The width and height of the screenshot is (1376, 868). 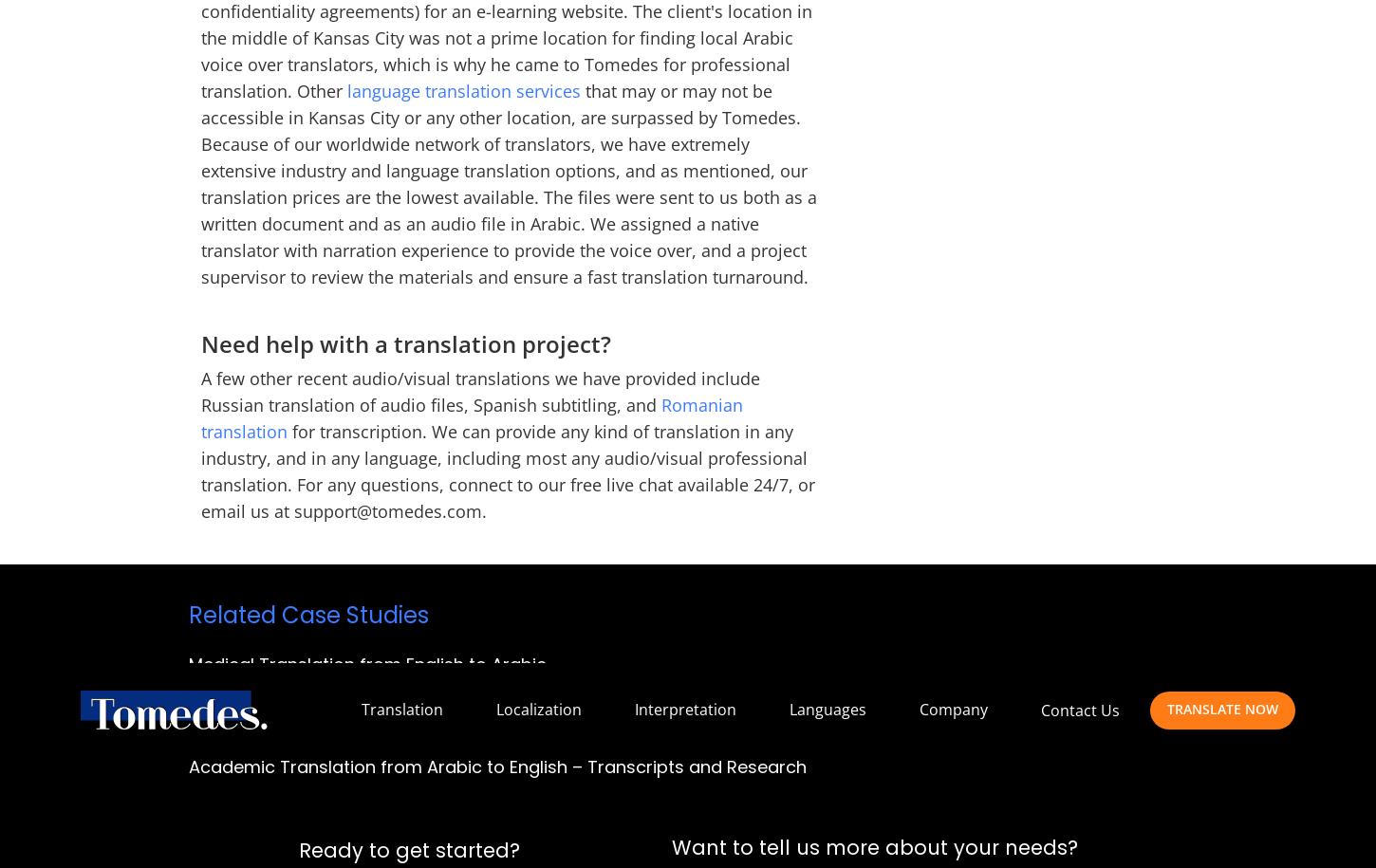 What do you see at coordinates (389, 136) in the screenshot?
I see `'We use cookies to ensure you get the best experience. By using our website you agree to our'` at bounding box center [389, 136].